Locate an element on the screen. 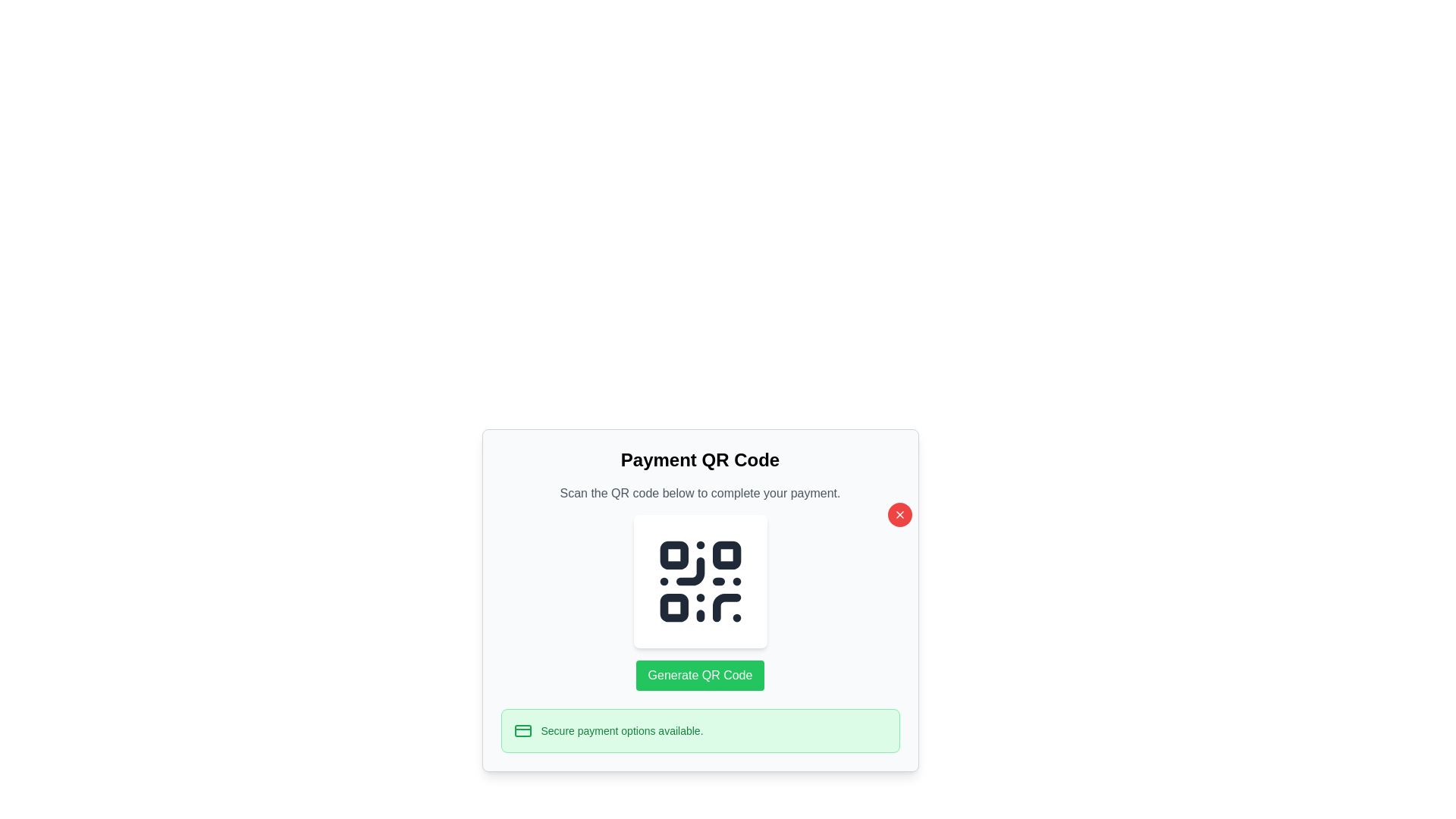 The image size is (1456, 819). the Information box that informs the user about secure payment options, located at the bottom of the 'Payment QR Code' modal dialog, below the 'Generate QR Code' button is located at coordinates (699, 730).